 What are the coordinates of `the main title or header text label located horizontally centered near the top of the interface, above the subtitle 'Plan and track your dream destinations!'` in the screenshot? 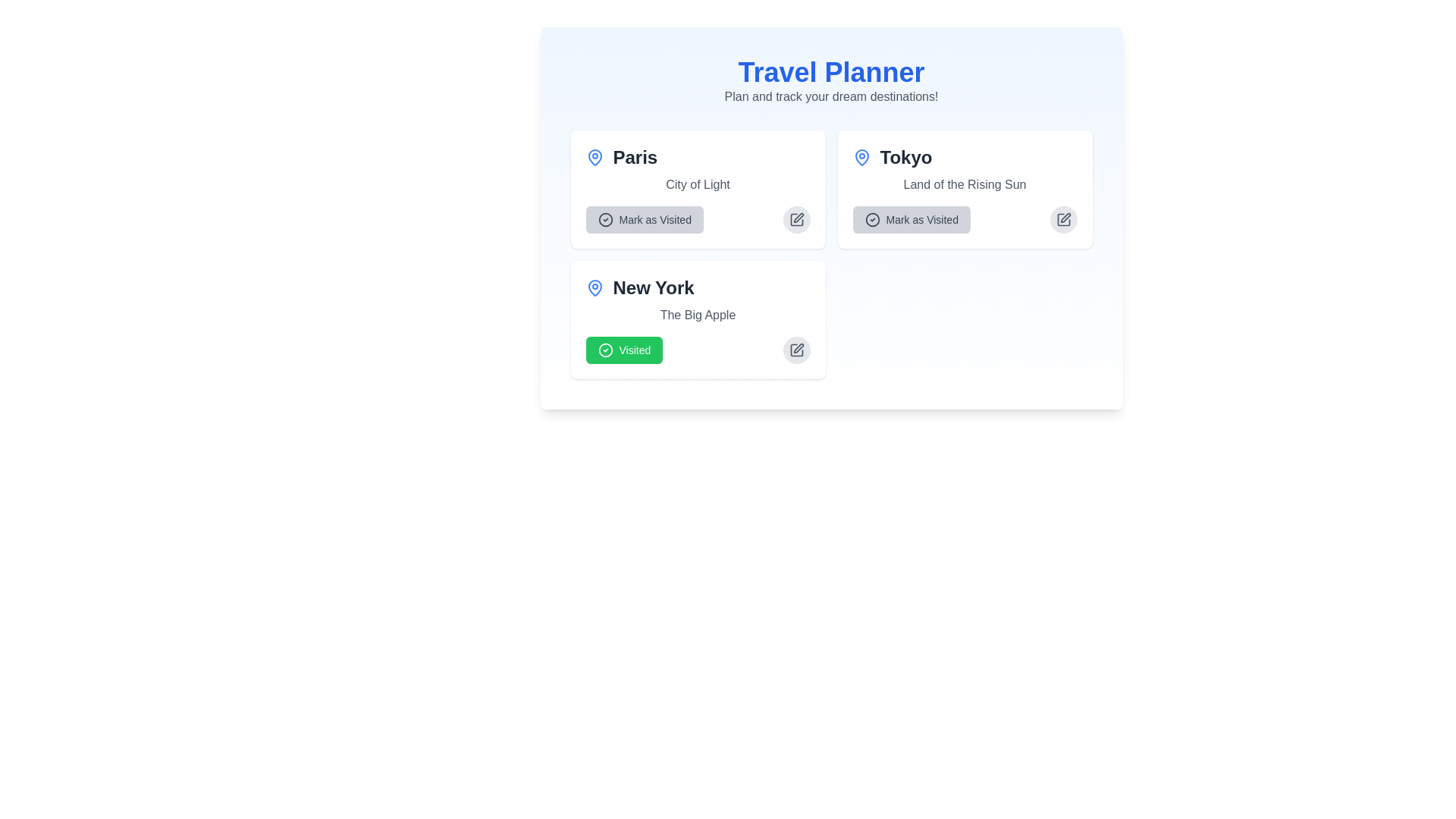 It's located at (830, 73).